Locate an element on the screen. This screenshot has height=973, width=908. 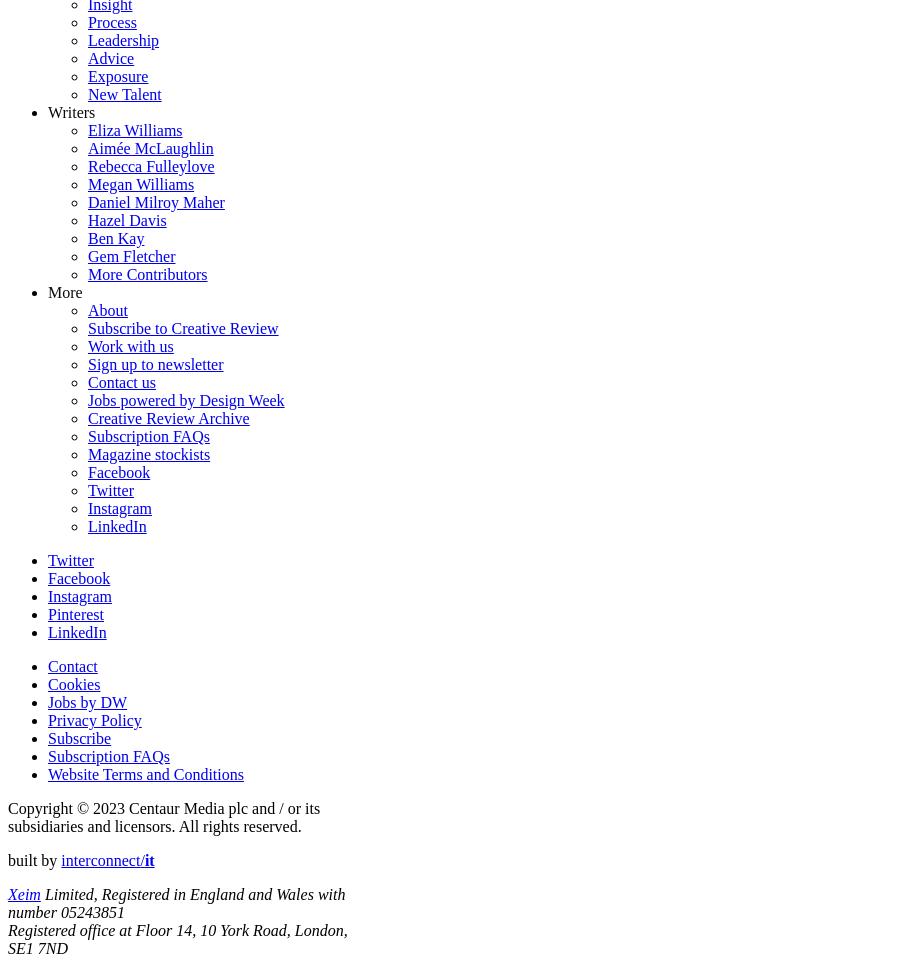
'Copyright © 2023 Centaur Media plc and / or its subsidiaries and licensors. All rights reserved.' is located at coordinates (6, 815).